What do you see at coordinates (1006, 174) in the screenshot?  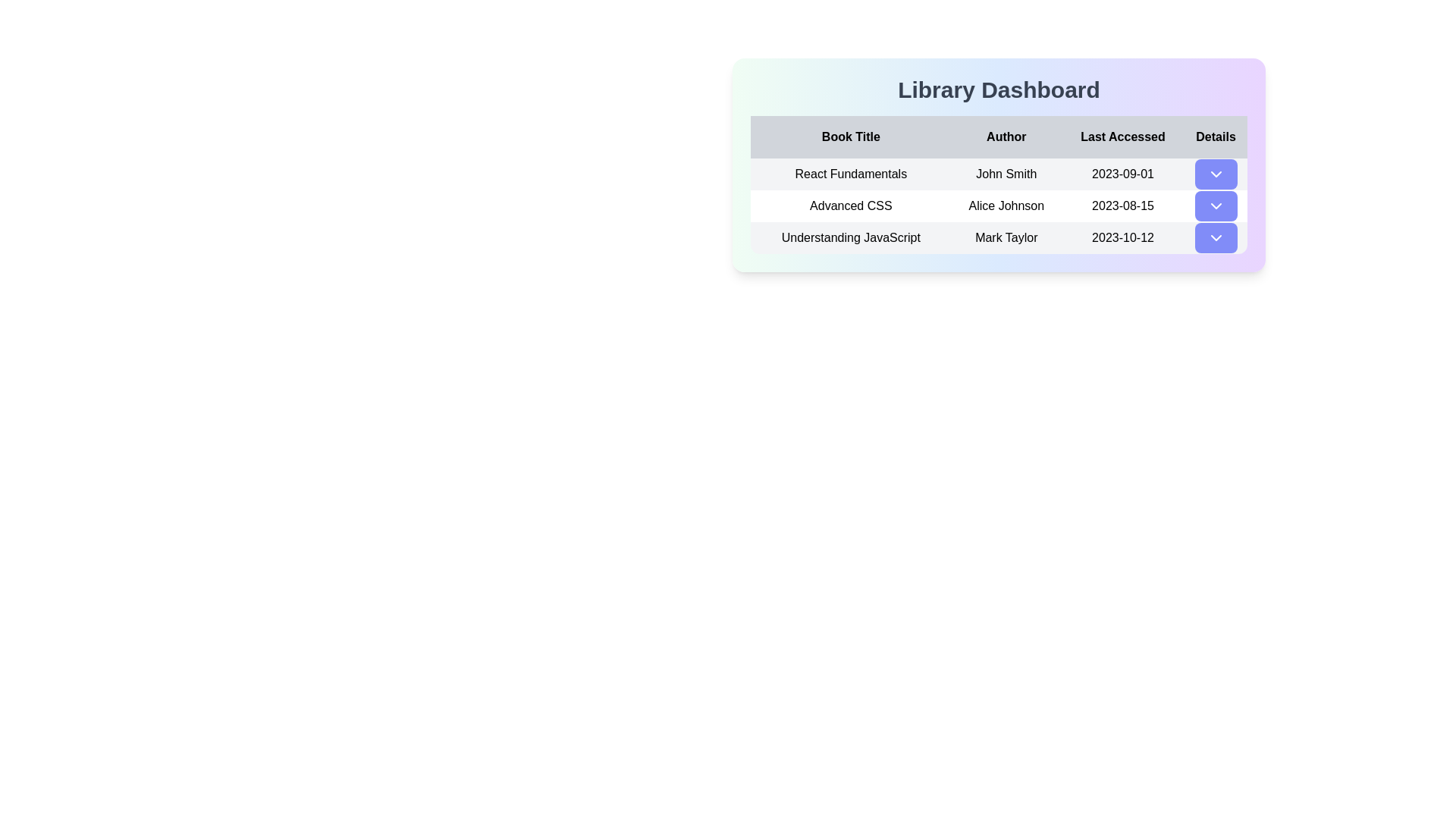 I see `the text label displaying the author of the book 'React Fundamentals' in the library dashboard table` at bounding box center [1006, 174].